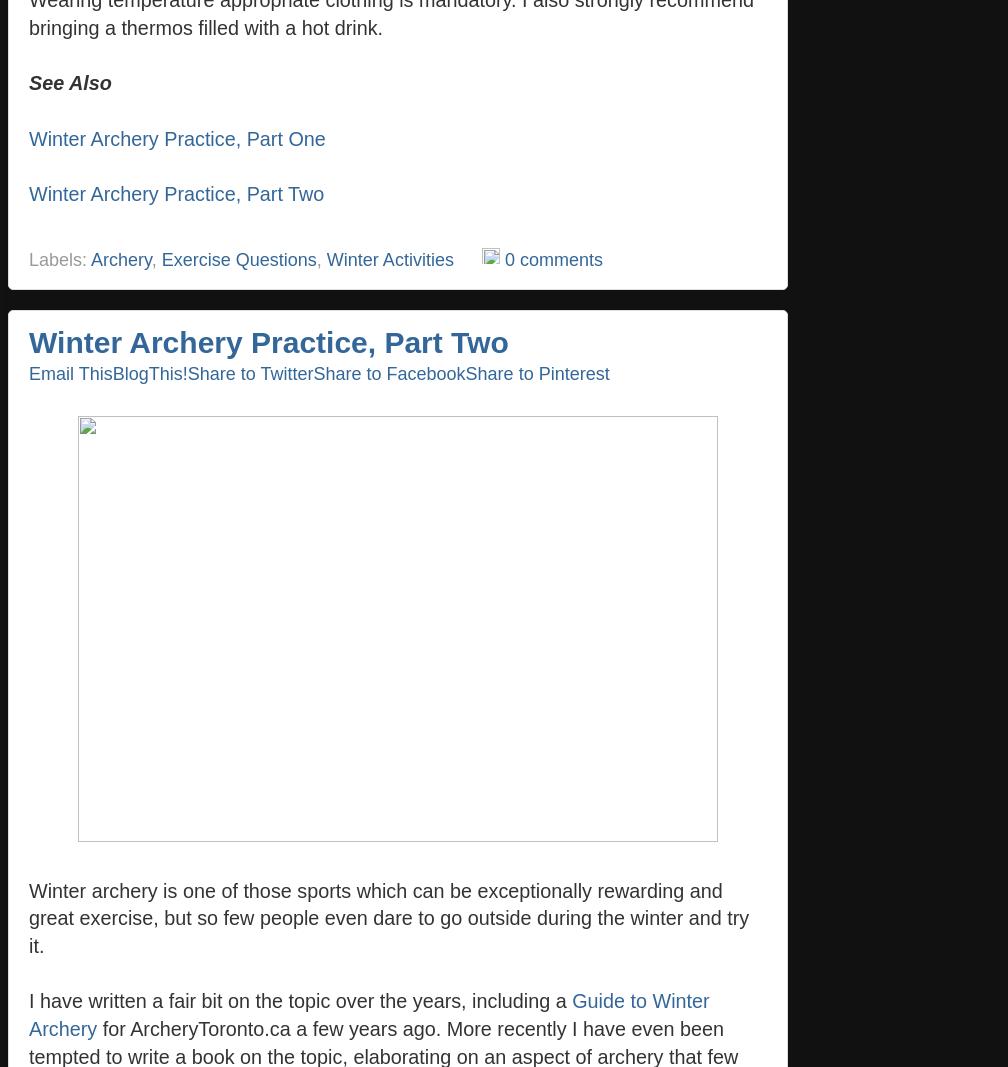 This screenshot has width=1008, height=1067. I want to click on 'Email This', so click(70, 372).